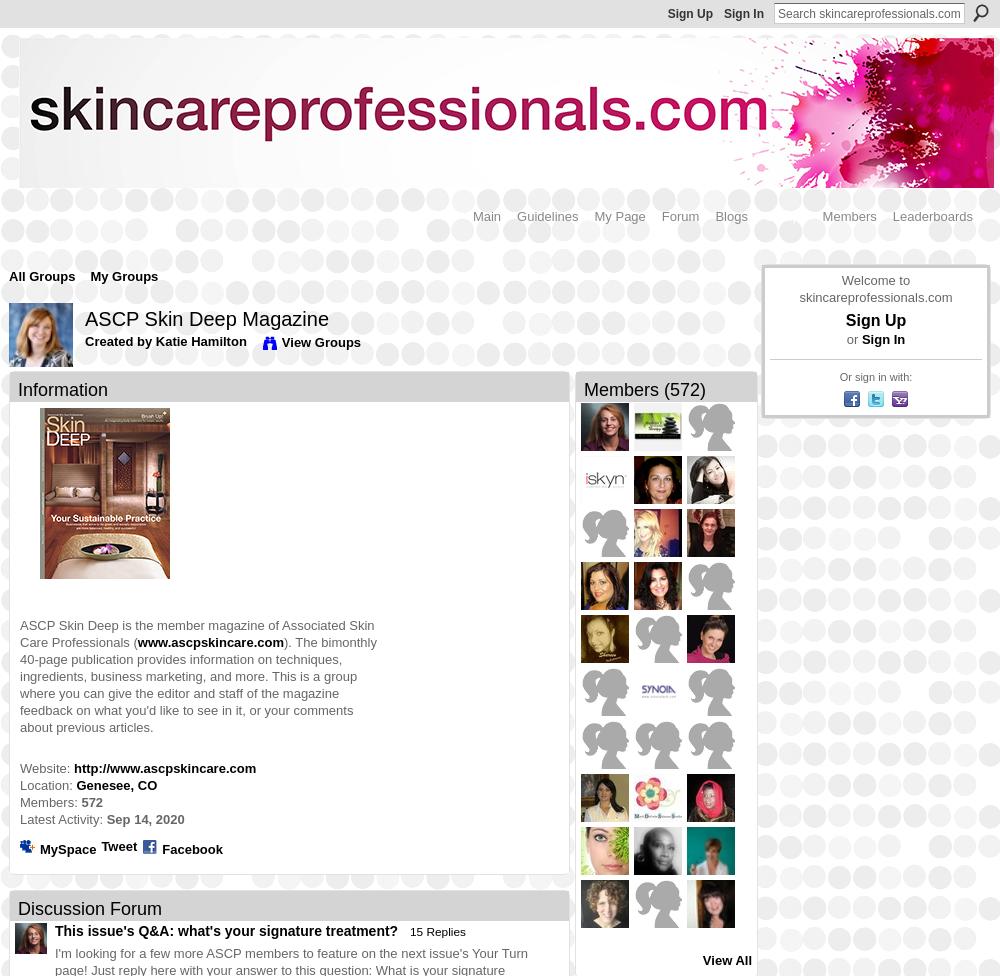 The width and height of the screenshot is (1000, 976). I want to click on 'Blogs', so click(714, 214).